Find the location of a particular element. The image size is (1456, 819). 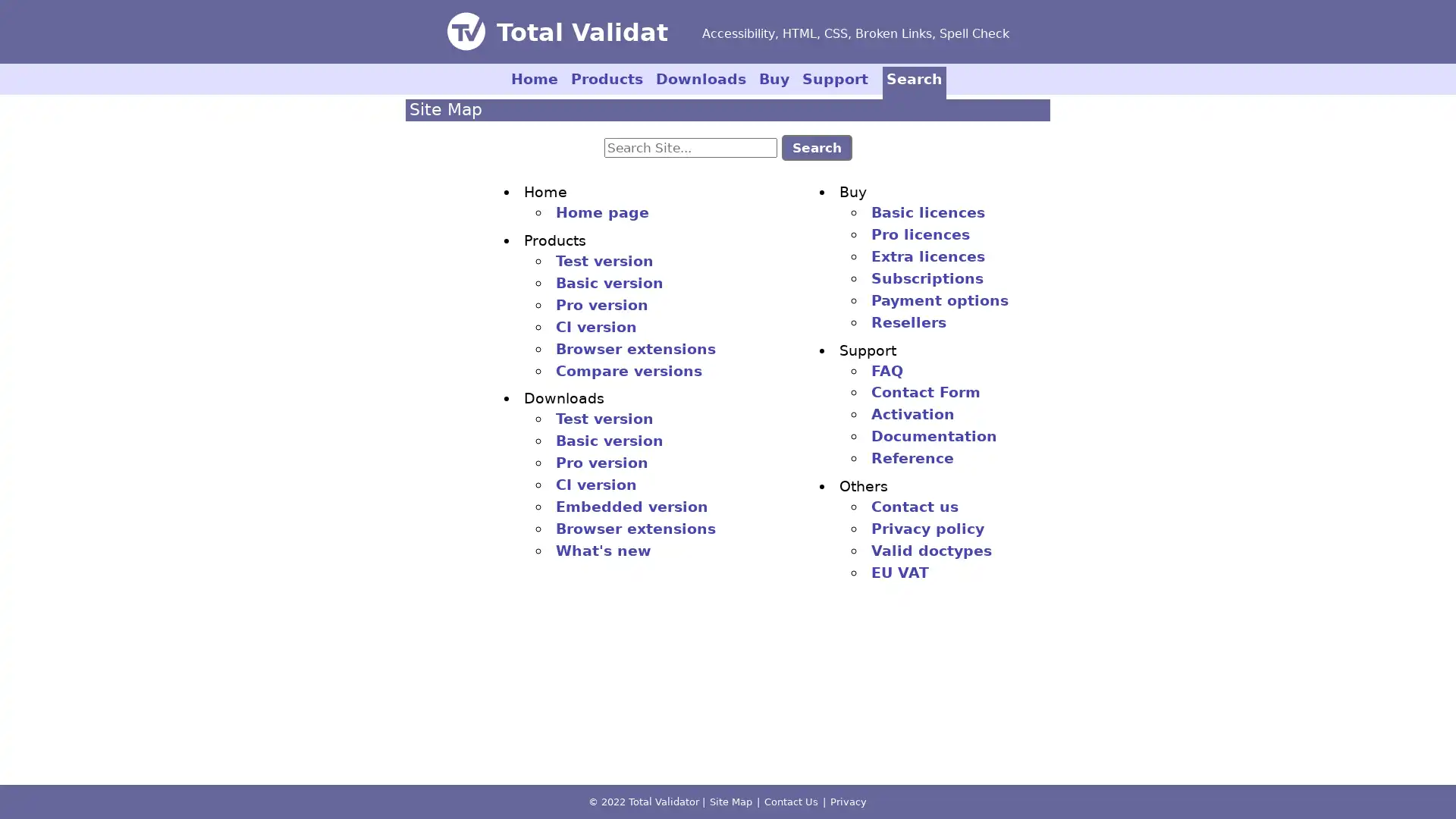

Search is located at coordinates (815, 146).